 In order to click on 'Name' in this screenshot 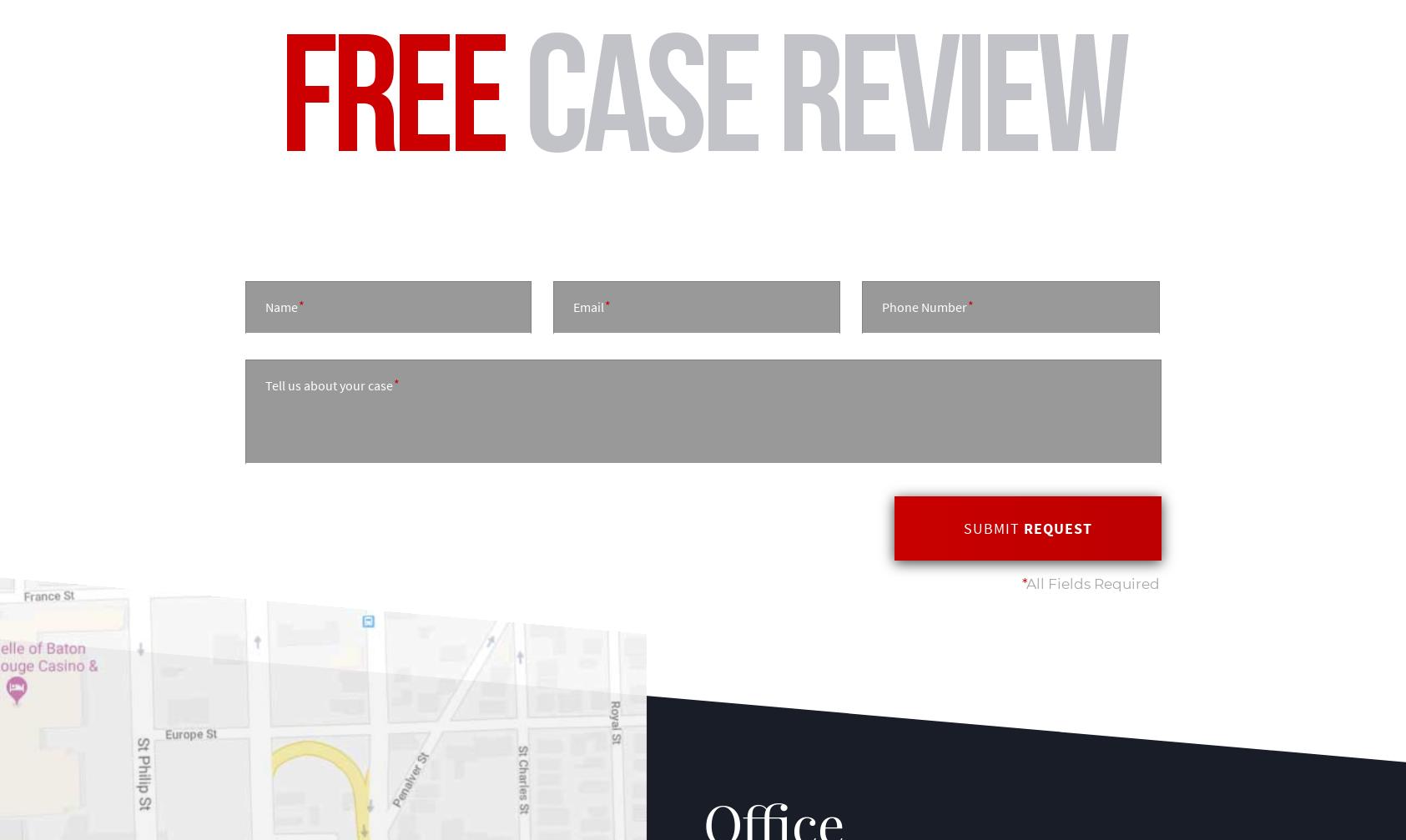, I will do `click(280, 306)`.